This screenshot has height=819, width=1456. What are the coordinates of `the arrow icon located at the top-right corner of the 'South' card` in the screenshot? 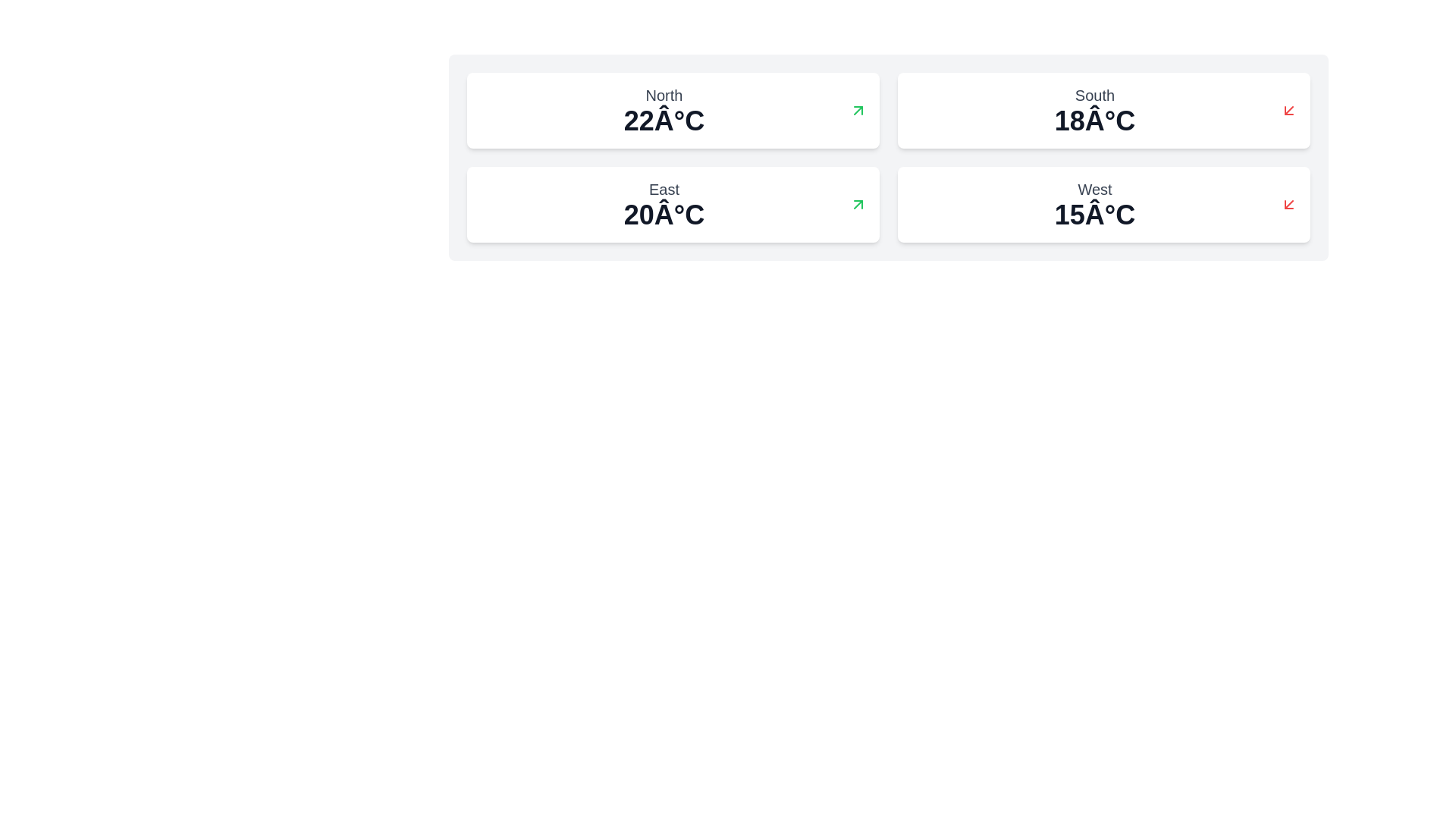 It's located at (1288, 110).